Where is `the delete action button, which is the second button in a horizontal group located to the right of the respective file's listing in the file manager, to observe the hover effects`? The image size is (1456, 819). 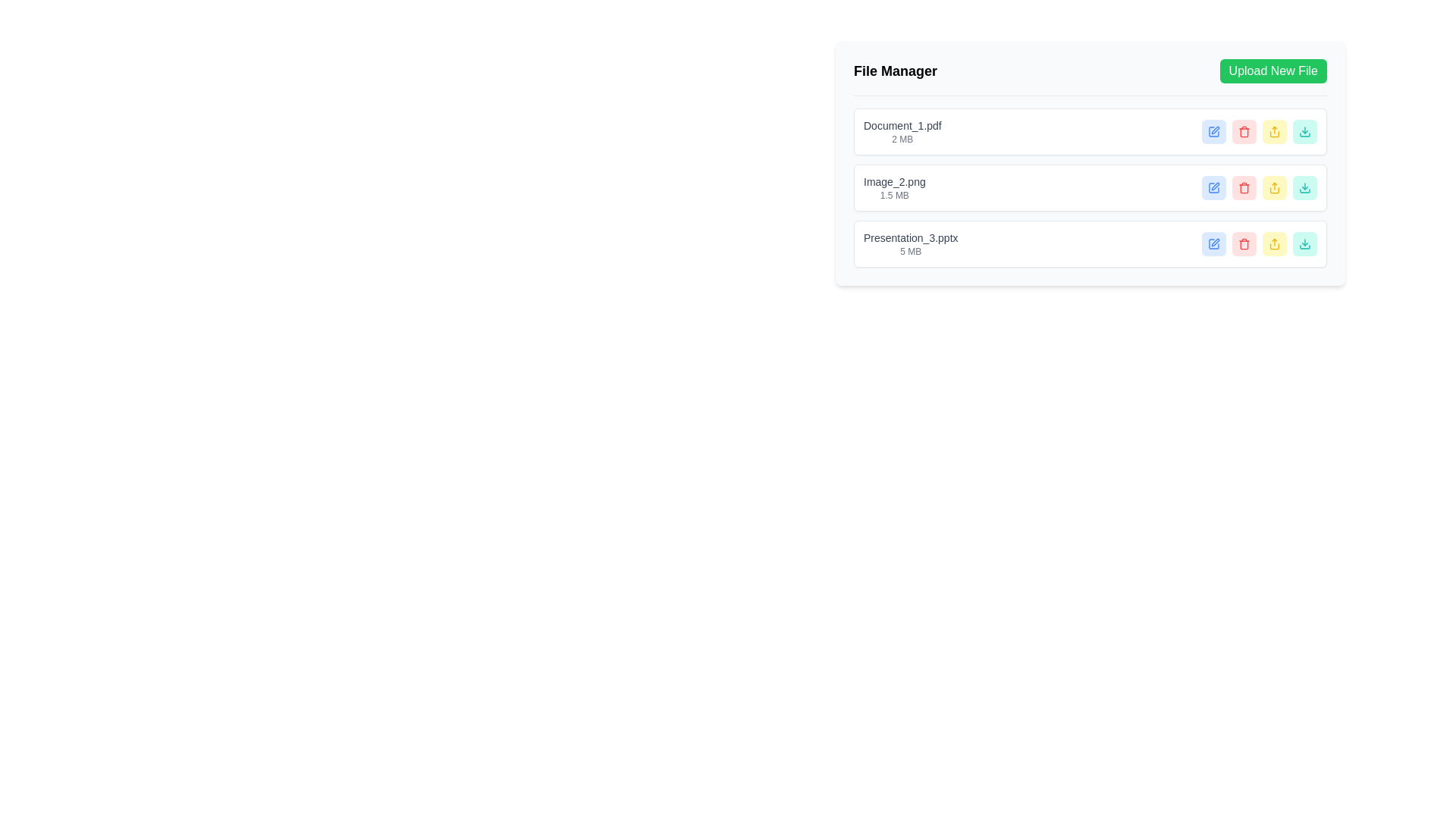
the delete action button, which is the second button in a horizontal group located to the right of the respective file's listing in the file manager, to observe the hover effects is located at coordinates (1244, 130).